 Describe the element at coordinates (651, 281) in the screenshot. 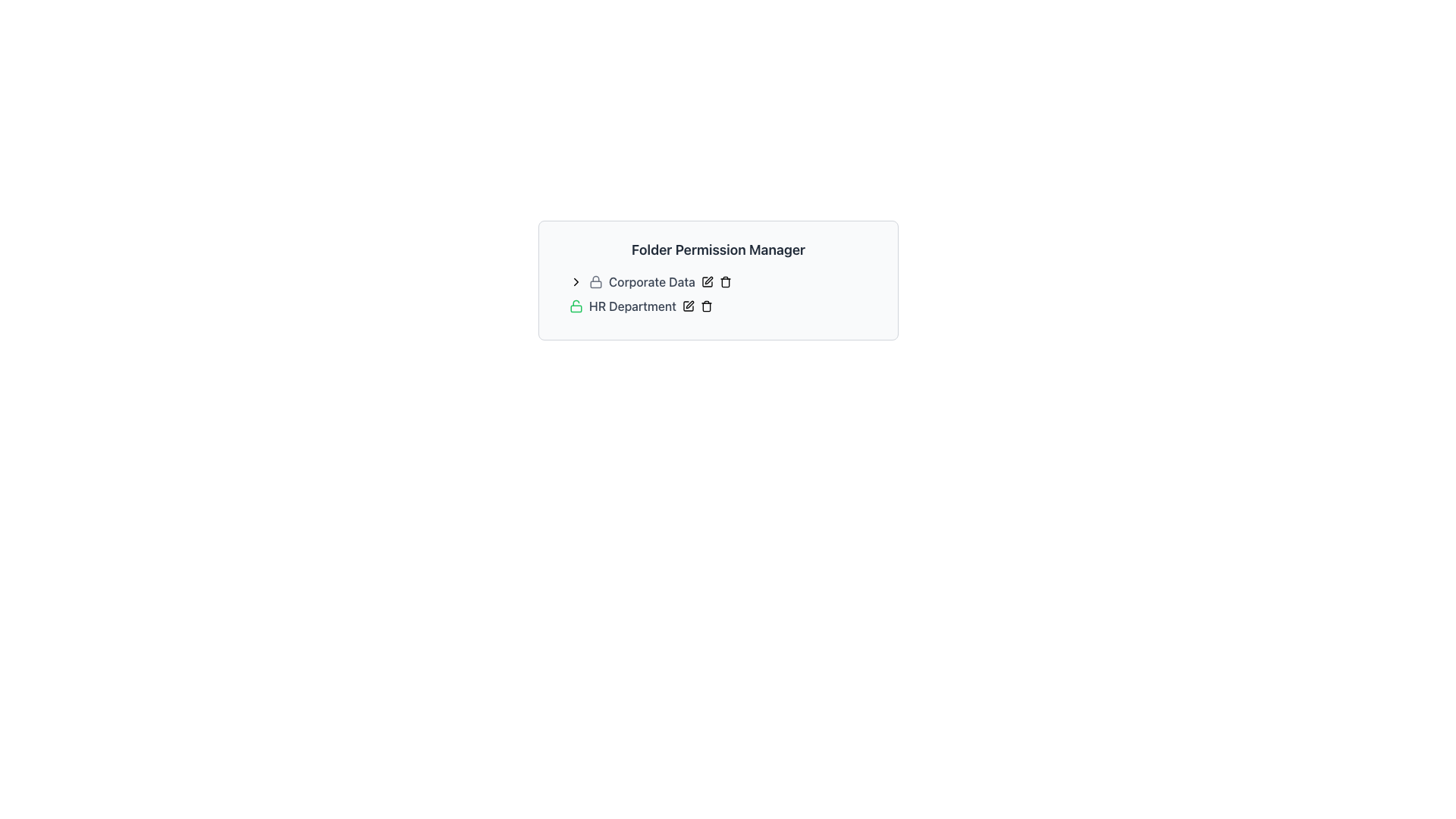

I see `the static text label element displaying 'Corporate Data', which is centrally aligned, gray in color, and located between the lock icon and the edit/trash icons under the 'Folder Permission Manager' heading` at that location.